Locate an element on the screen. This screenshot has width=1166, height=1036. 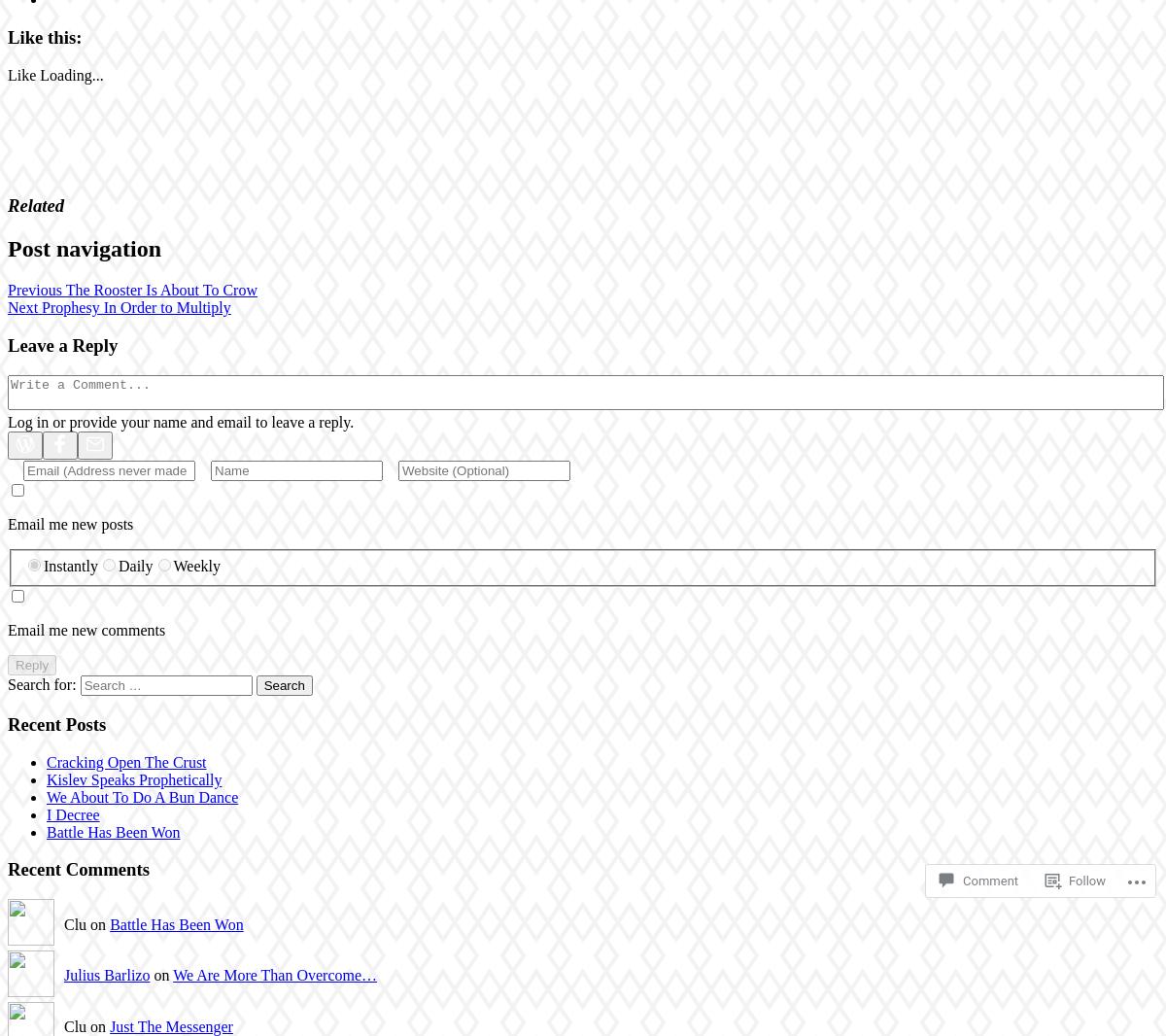
'We About To Do A Bun Dance' is located at coordinates (142, 796).